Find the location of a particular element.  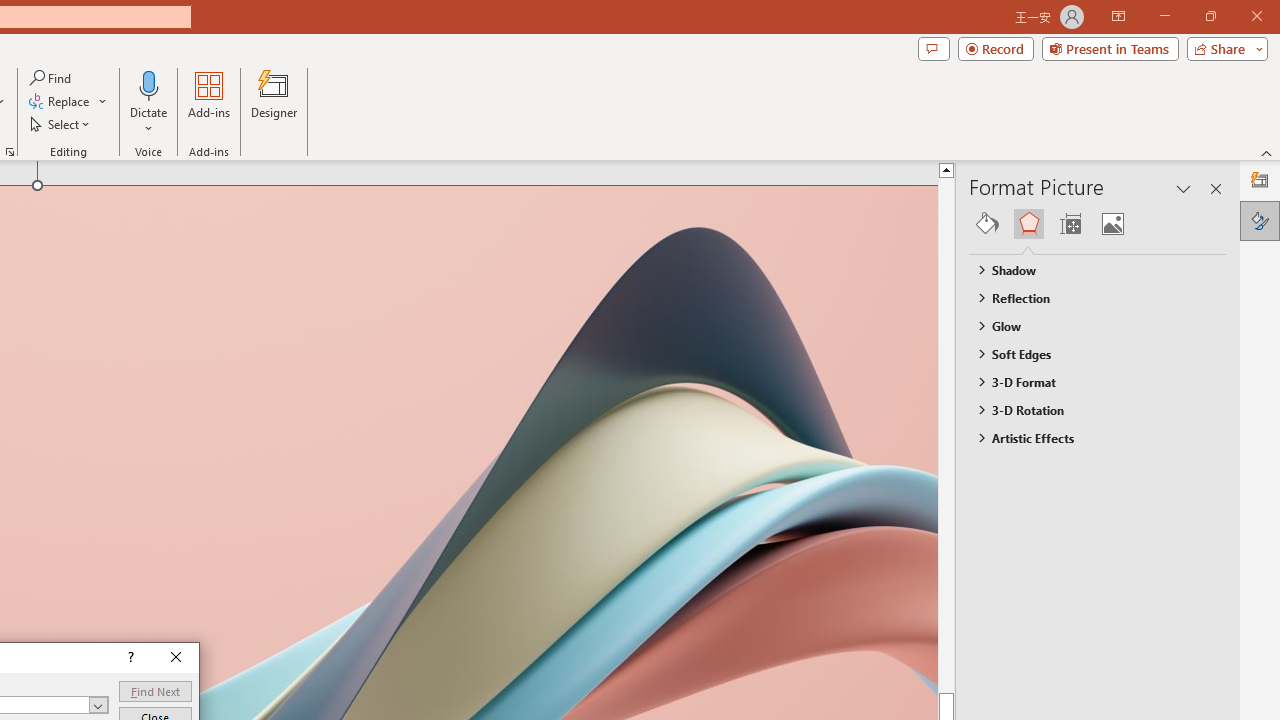

'Find Next' is located at coordinates (154, 690).